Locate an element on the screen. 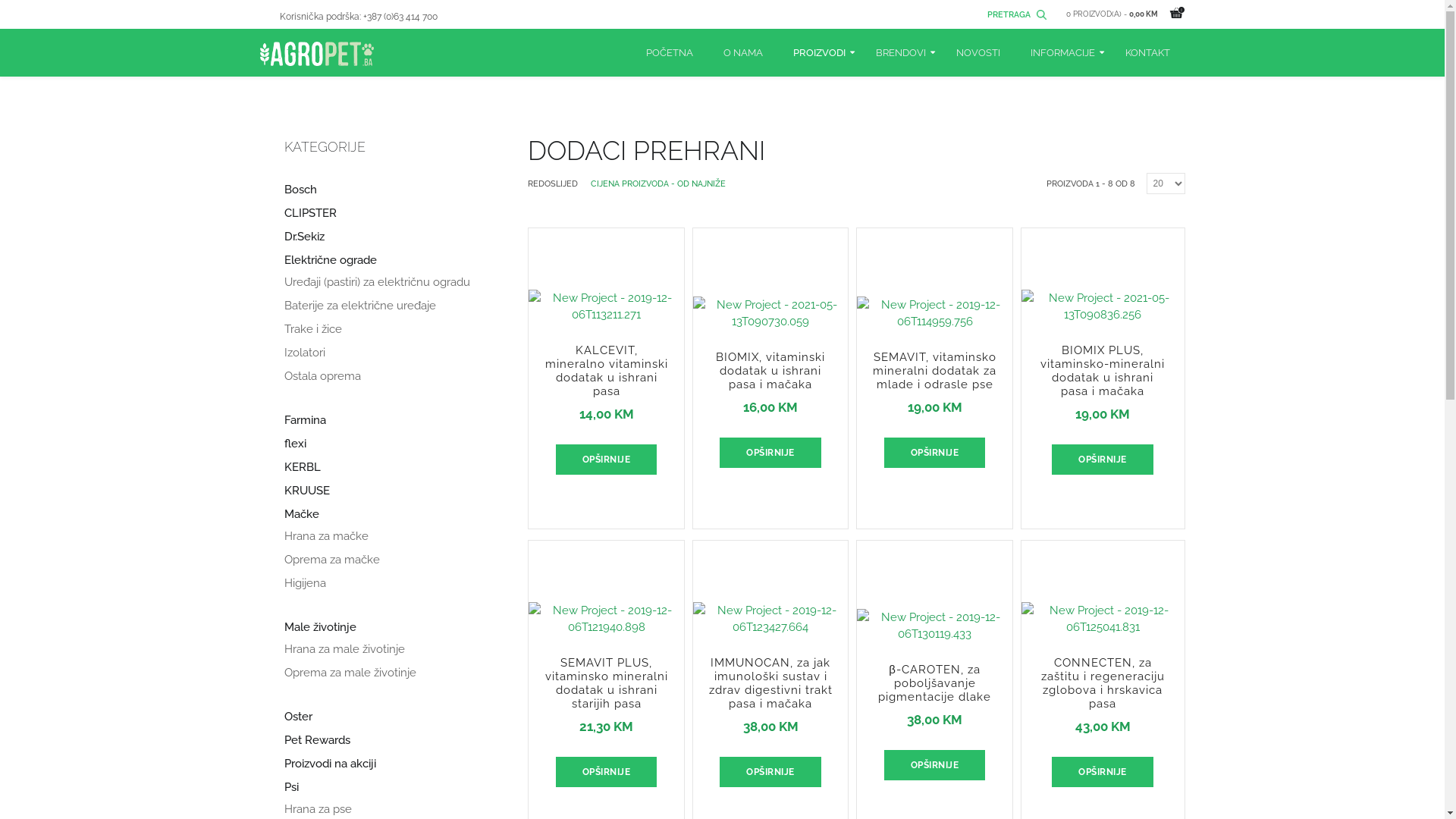 This screenshot has width=1456, height=819. 'O NAMA' is located at coordinates (742, 52).